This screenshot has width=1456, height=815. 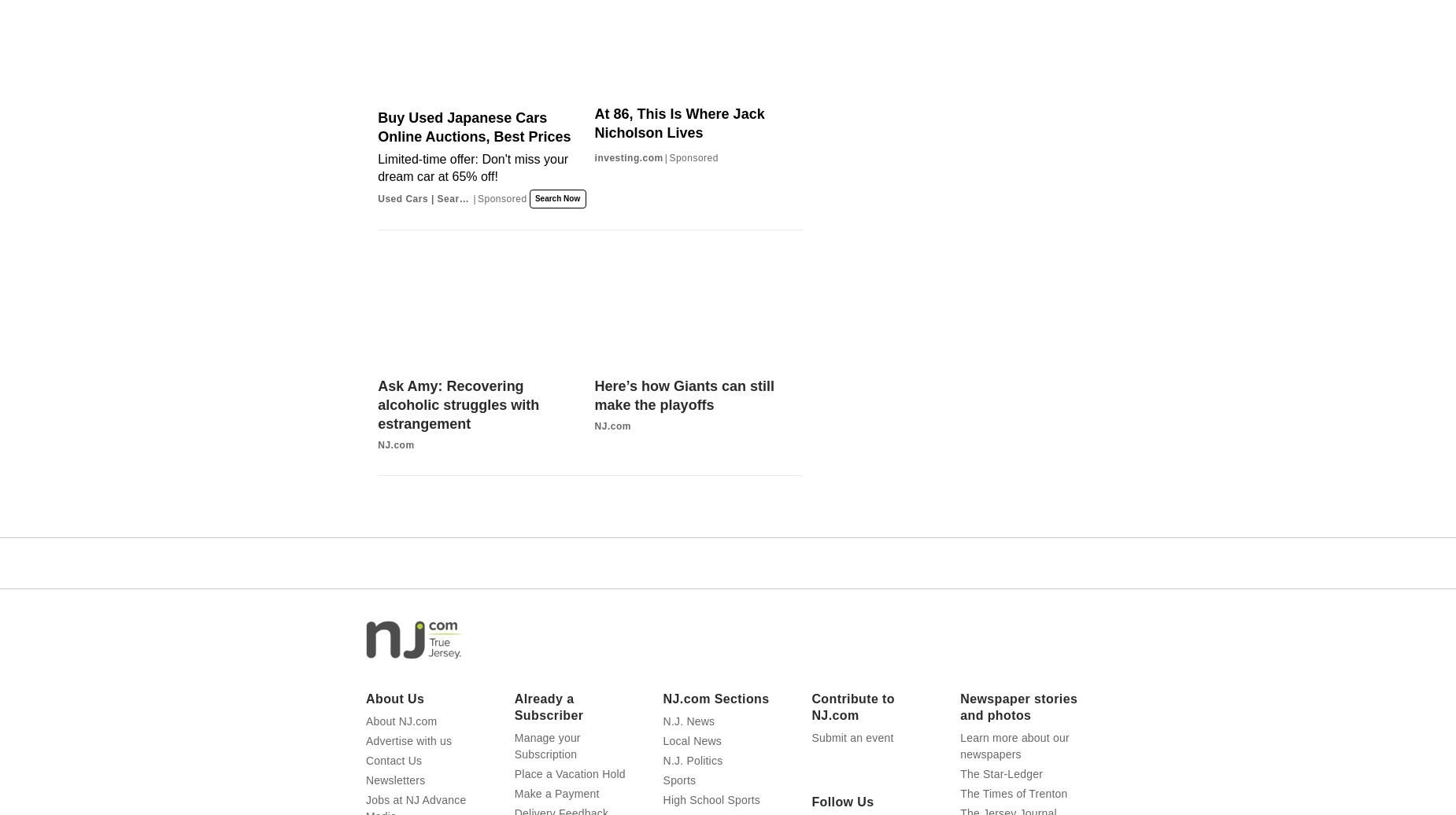 What do you see at coordinates (959, 706) in the screenshot?
I see `'Newspaper stories and photos'` at bounding box center [959, 706].